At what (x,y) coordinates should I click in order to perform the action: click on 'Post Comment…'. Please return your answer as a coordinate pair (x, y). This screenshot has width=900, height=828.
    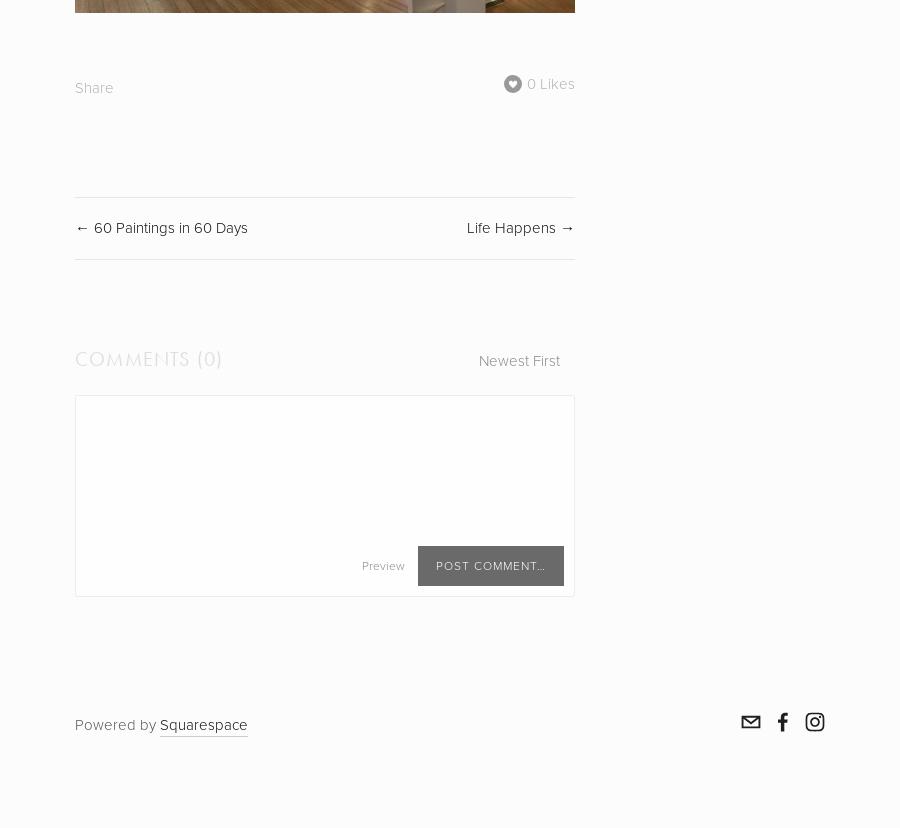
    Looking at the image, I should click on (490, 565).